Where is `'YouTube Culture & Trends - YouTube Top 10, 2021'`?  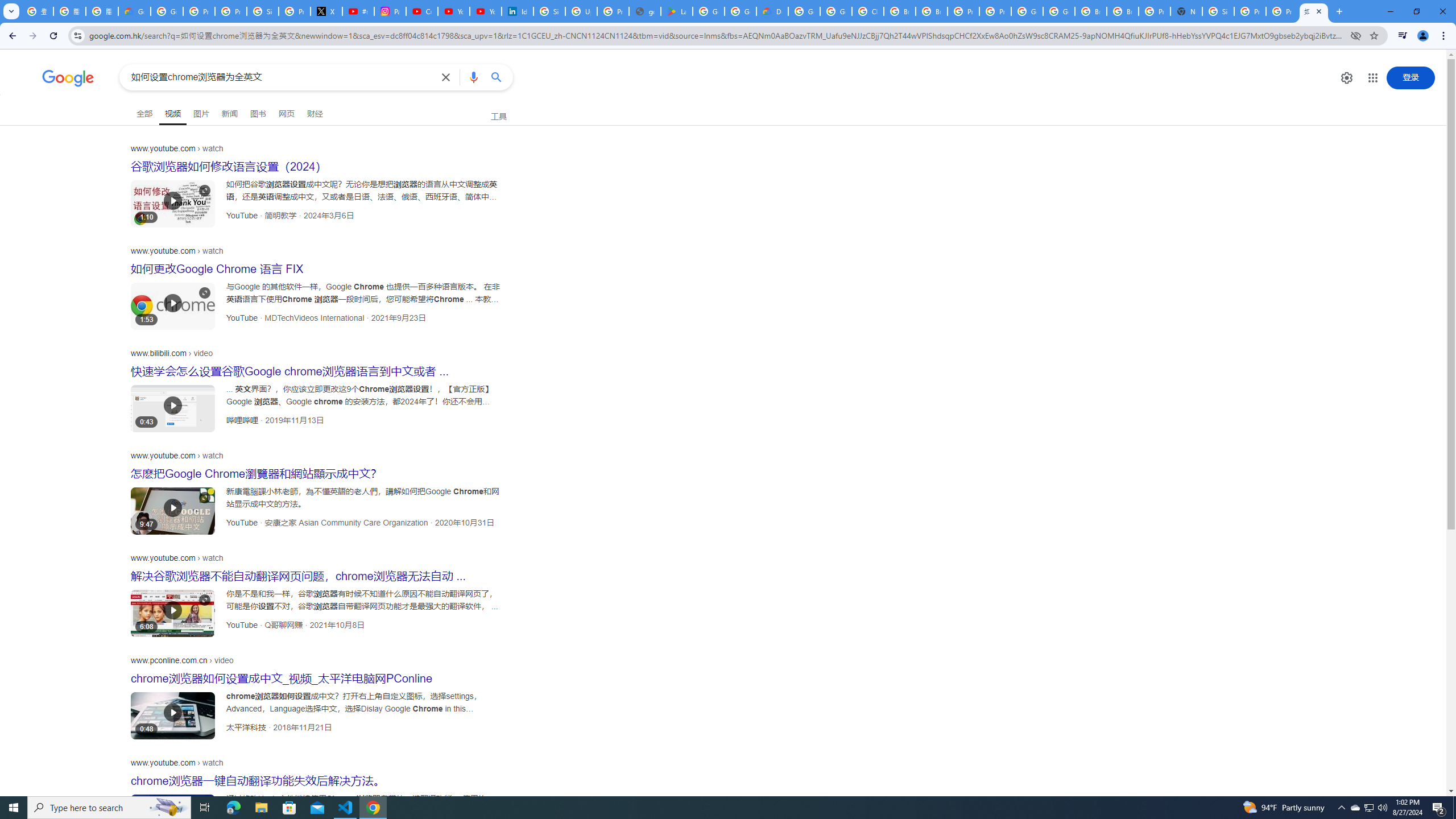
'YouTube Culture & Trends - YouTube Top 10, 2021' is located at coordinates (485, 11).